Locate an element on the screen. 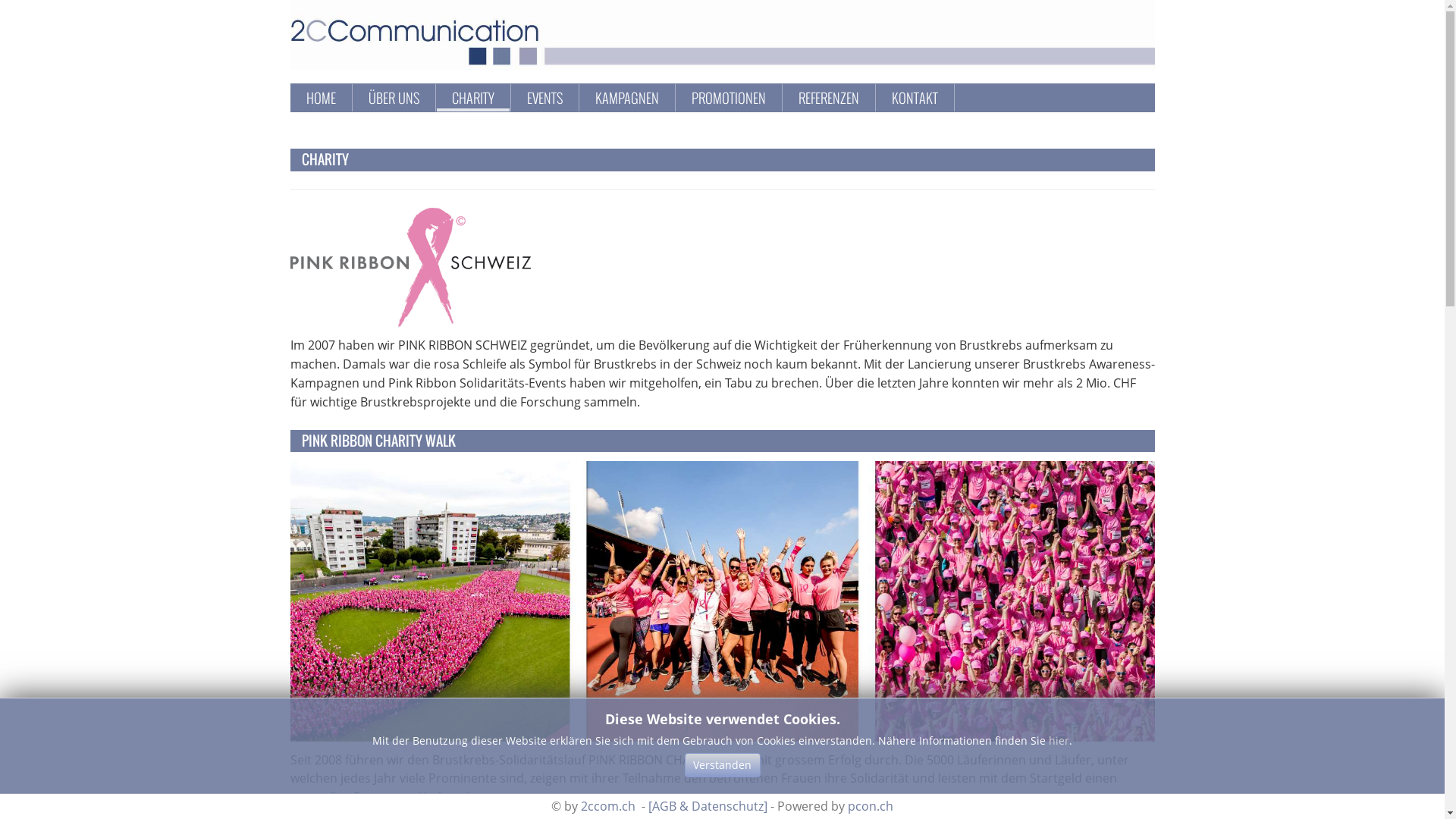  '2ccom.ch' is located at coordinates (607, 805).